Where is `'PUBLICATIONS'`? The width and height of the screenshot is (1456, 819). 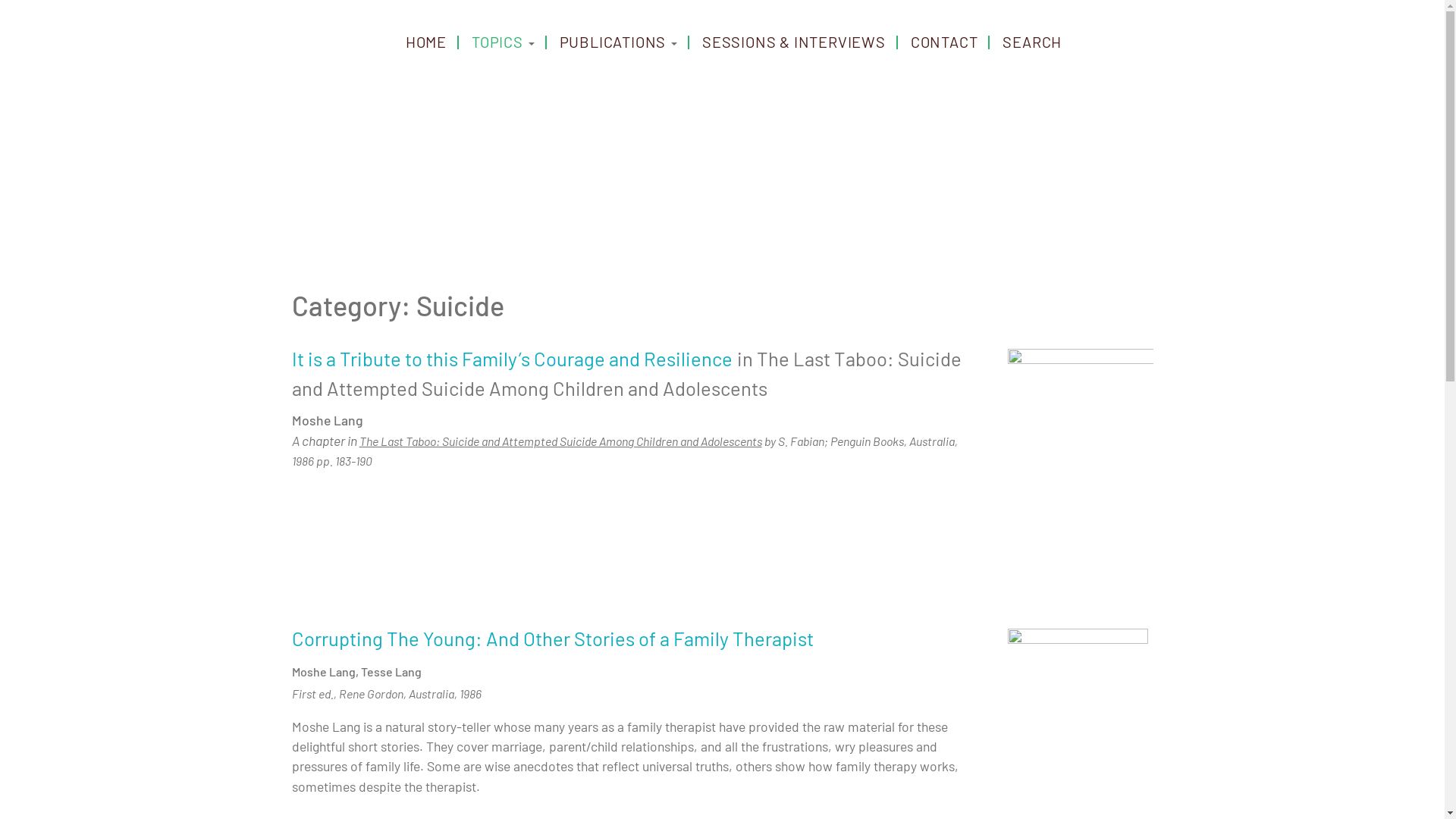
'PUBLICATIONS' is located at coordinates (618, 40).